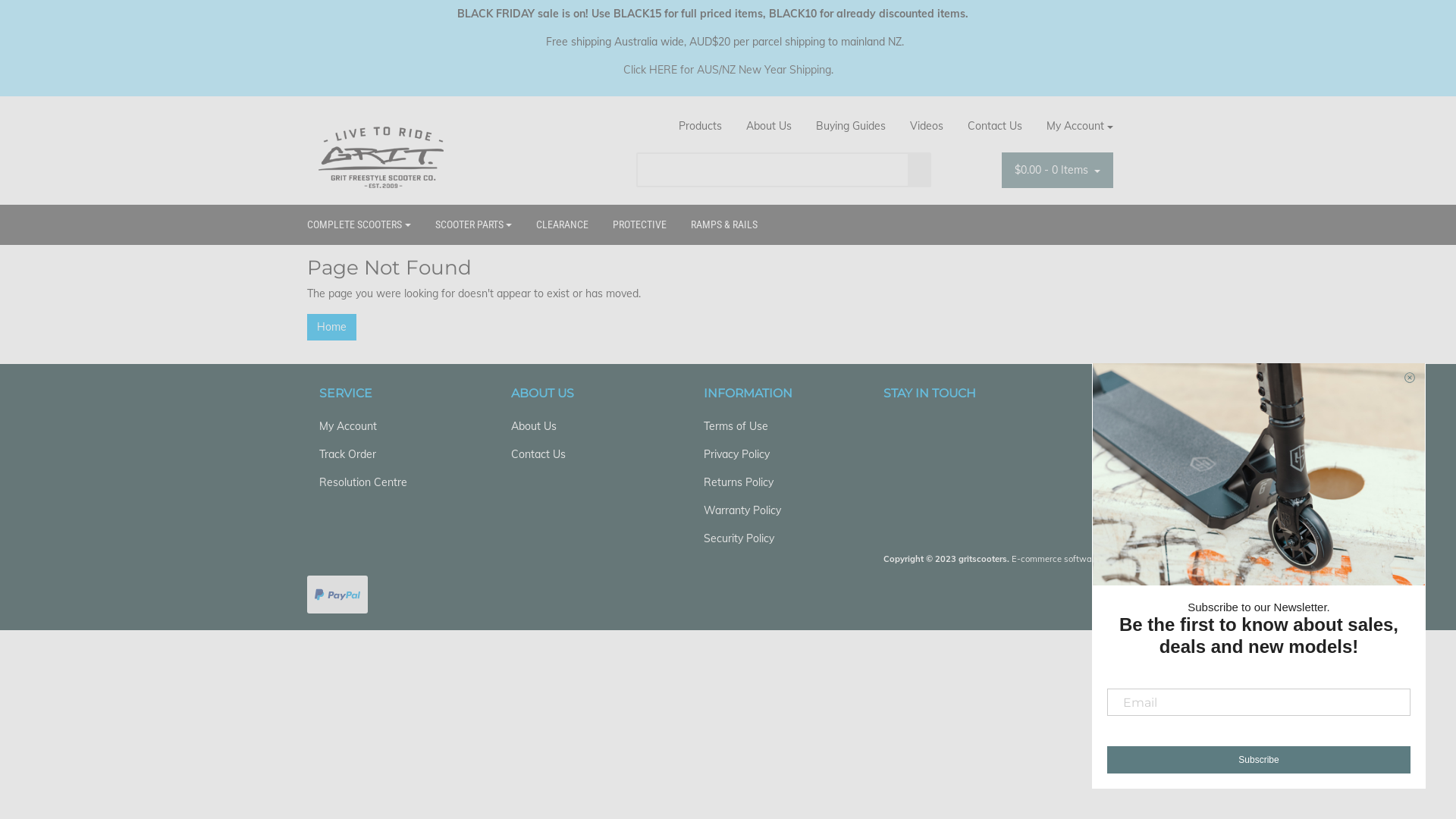 Image resolution: width=1456 pixels, height=819 pixels. What do you see at coordinates (331, 326) in the screenshot?
I see `'Home'` at bounding box center [331, 326].